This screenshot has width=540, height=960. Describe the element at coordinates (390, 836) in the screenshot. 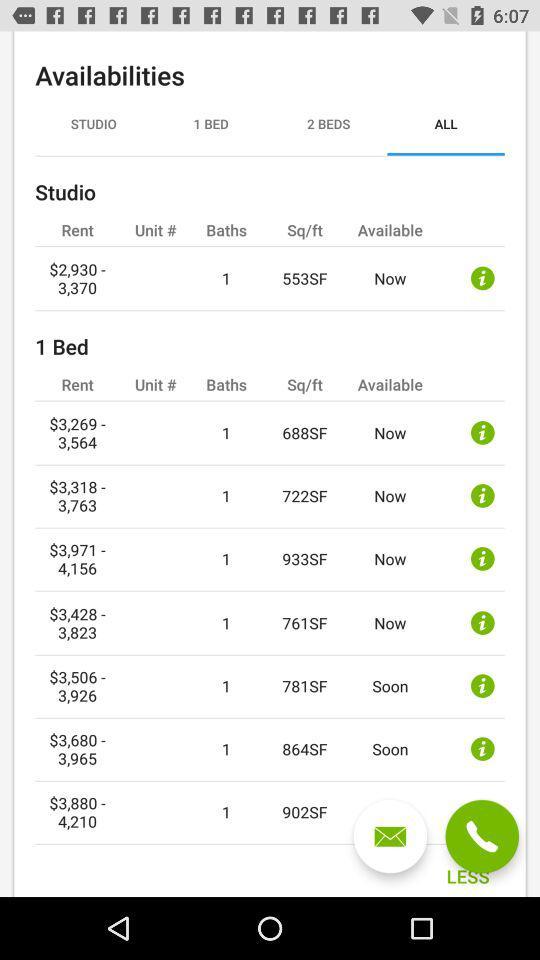

I see `the email icon` at that location.